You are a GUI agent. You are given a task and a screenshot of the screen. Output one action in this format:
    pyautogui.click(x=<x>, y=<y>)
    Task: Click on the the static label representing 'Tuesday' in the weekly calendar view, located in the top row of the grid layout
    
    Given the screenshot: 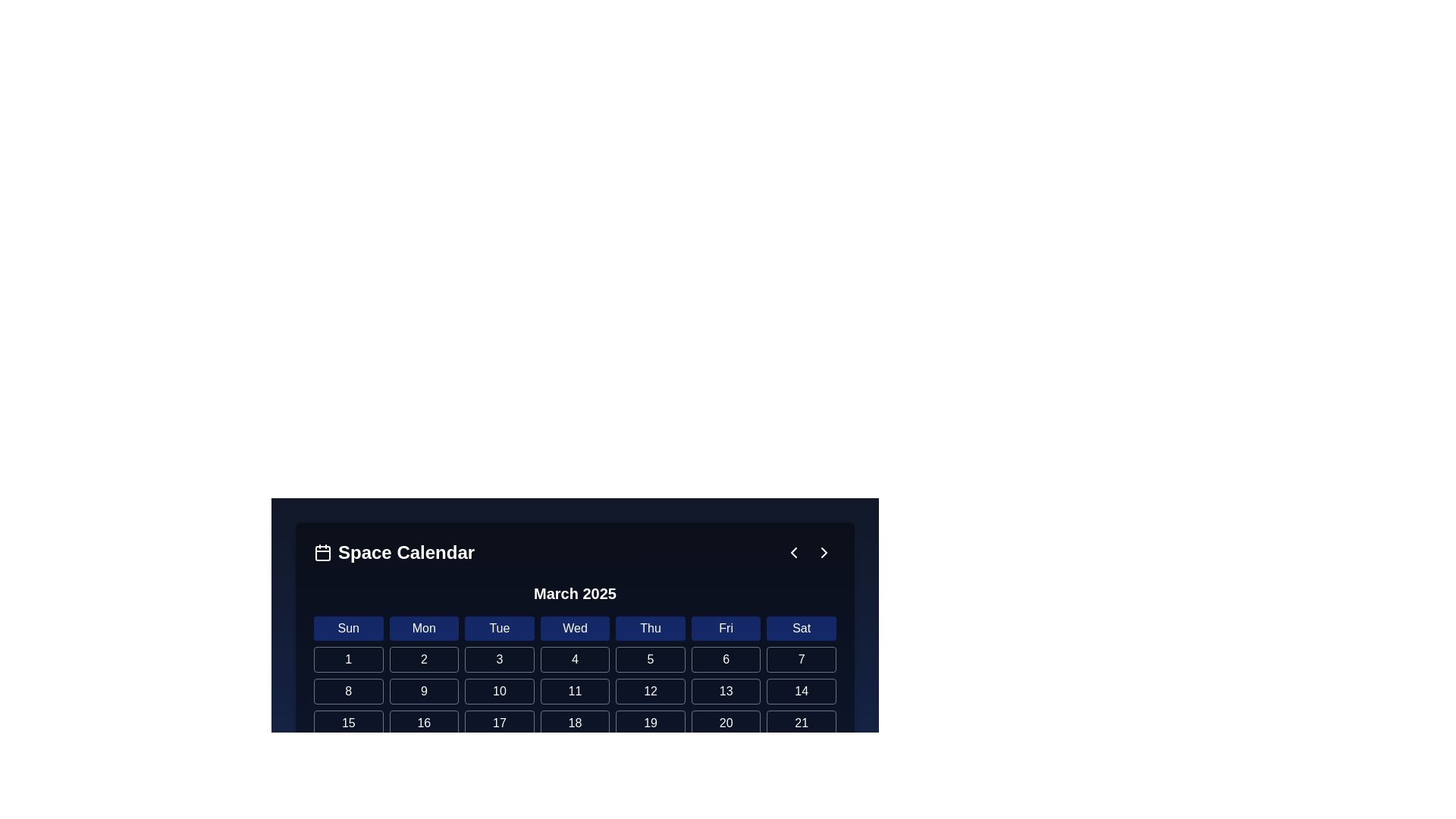 What is the action you would take?
    pyautogui.click(x=499, y=629)
    